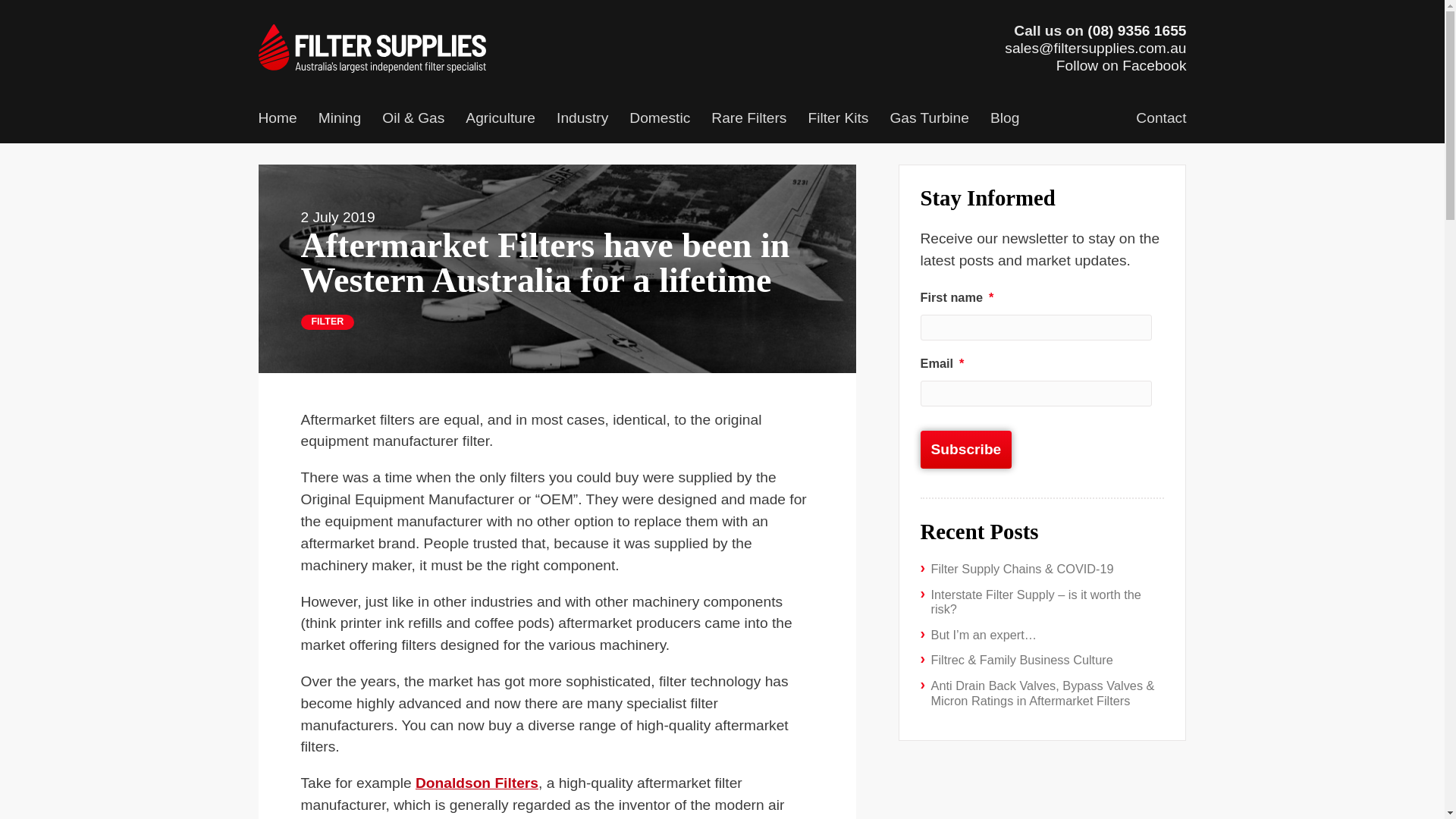 This screenshot has height=819, width=1456. Describe the element at coordinates (1022, 568) in the screenshot. I see `'Filter Supply Chains & COVID-19'` at that location.